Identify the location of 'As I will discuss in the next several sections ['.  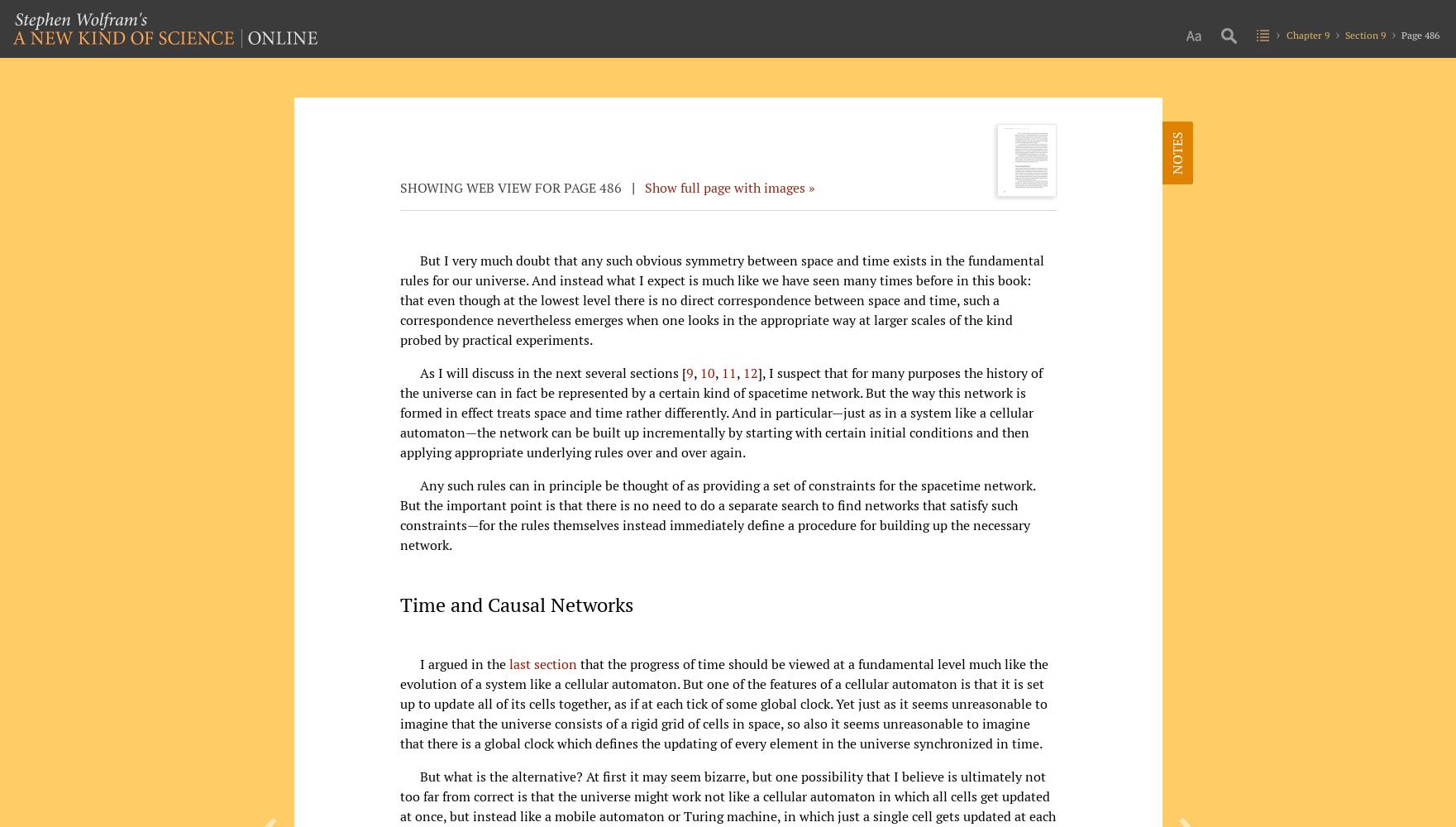
(551, 372).